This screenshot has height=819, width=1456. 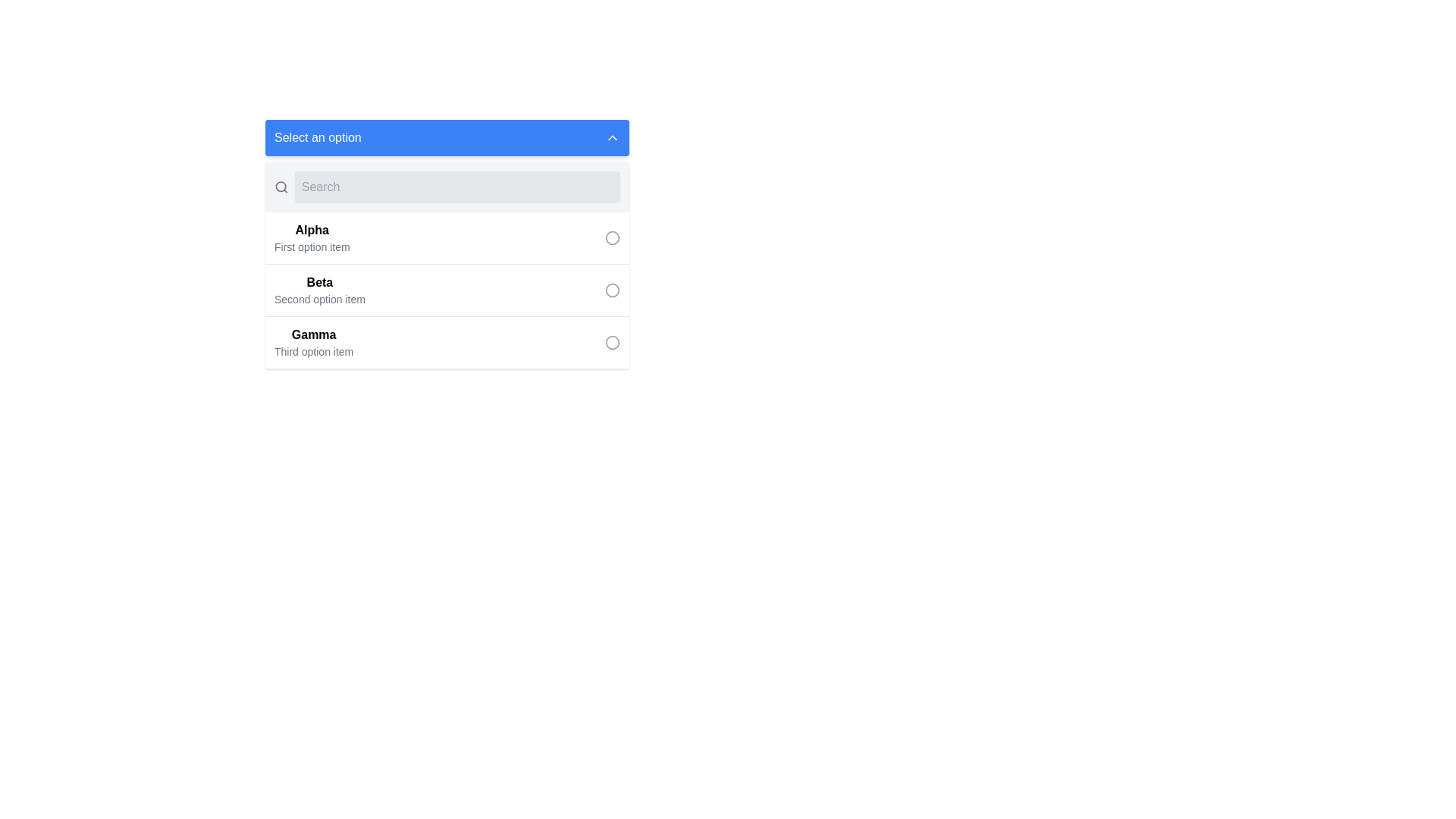 What do you see at coordinates (447, 343) in the screenshot?
I see `the third item` at bounding box center [447, 343].